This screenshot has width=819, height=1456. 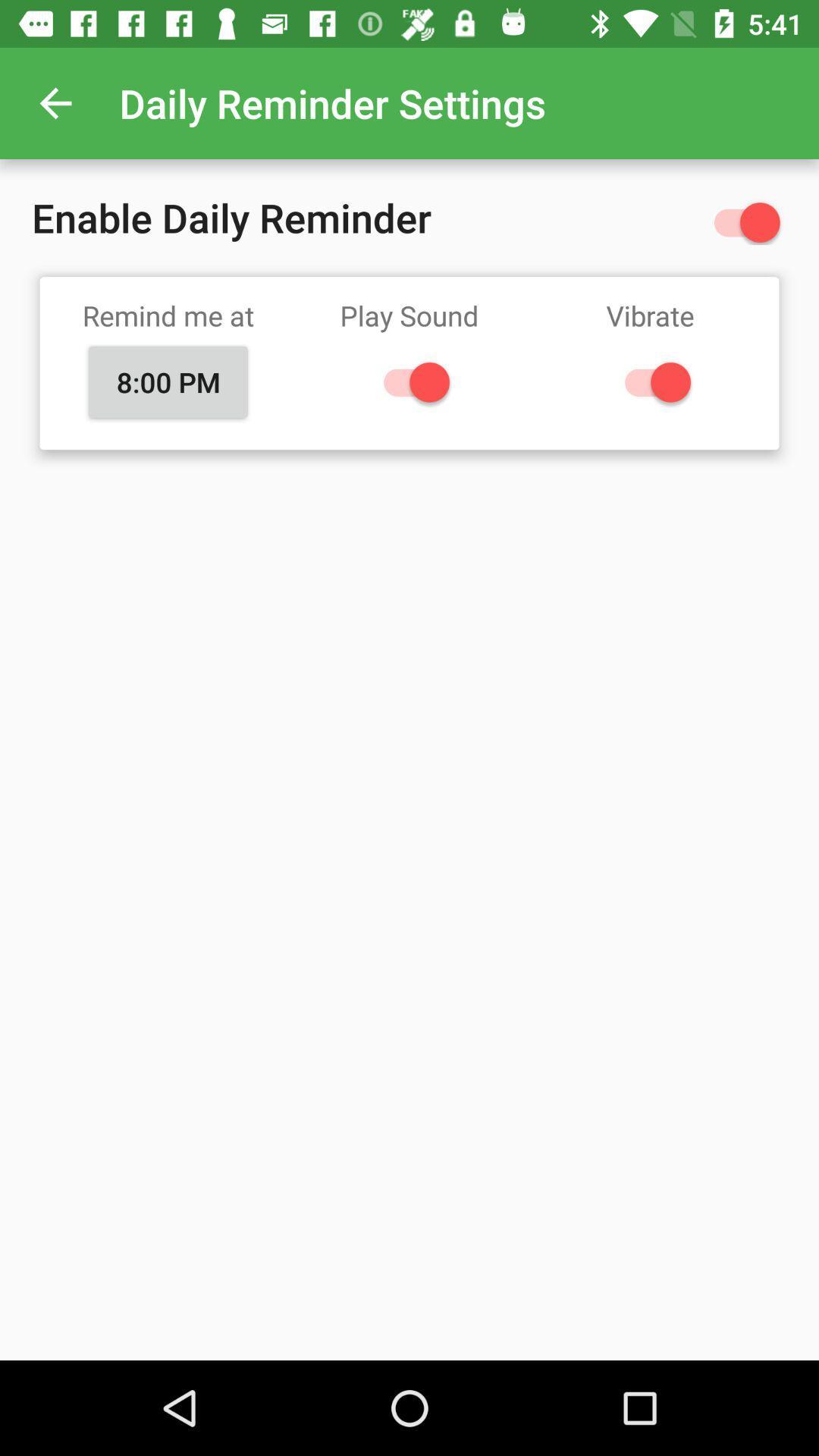 What do you see at coordinates (168, 382) in the screenshot?
I see `8:00 pm icon` at bounding box center [168, 382].